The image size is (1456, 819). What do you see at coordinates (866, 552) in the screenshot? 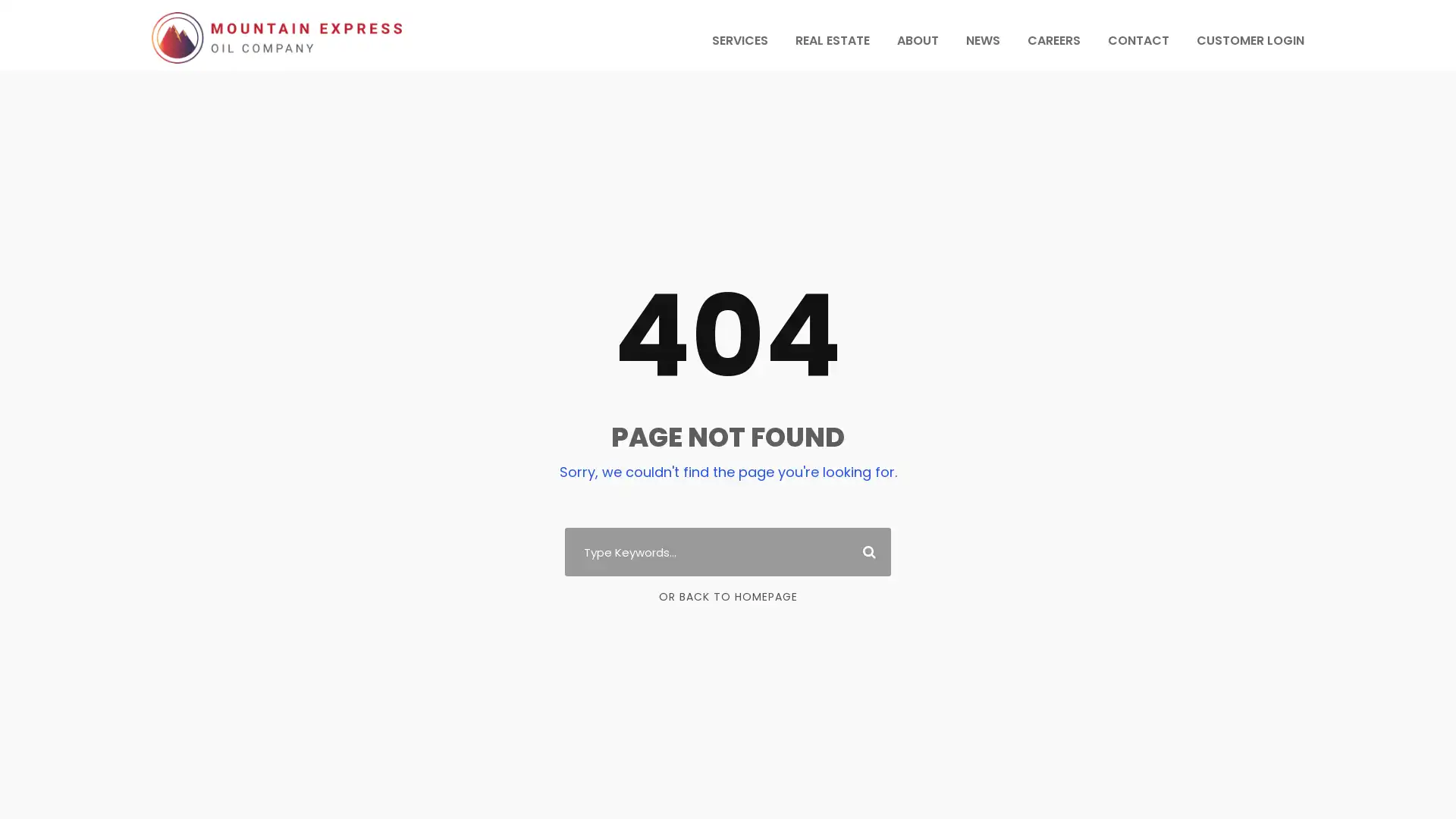
I see `Search` at bounding box center [866, 552].